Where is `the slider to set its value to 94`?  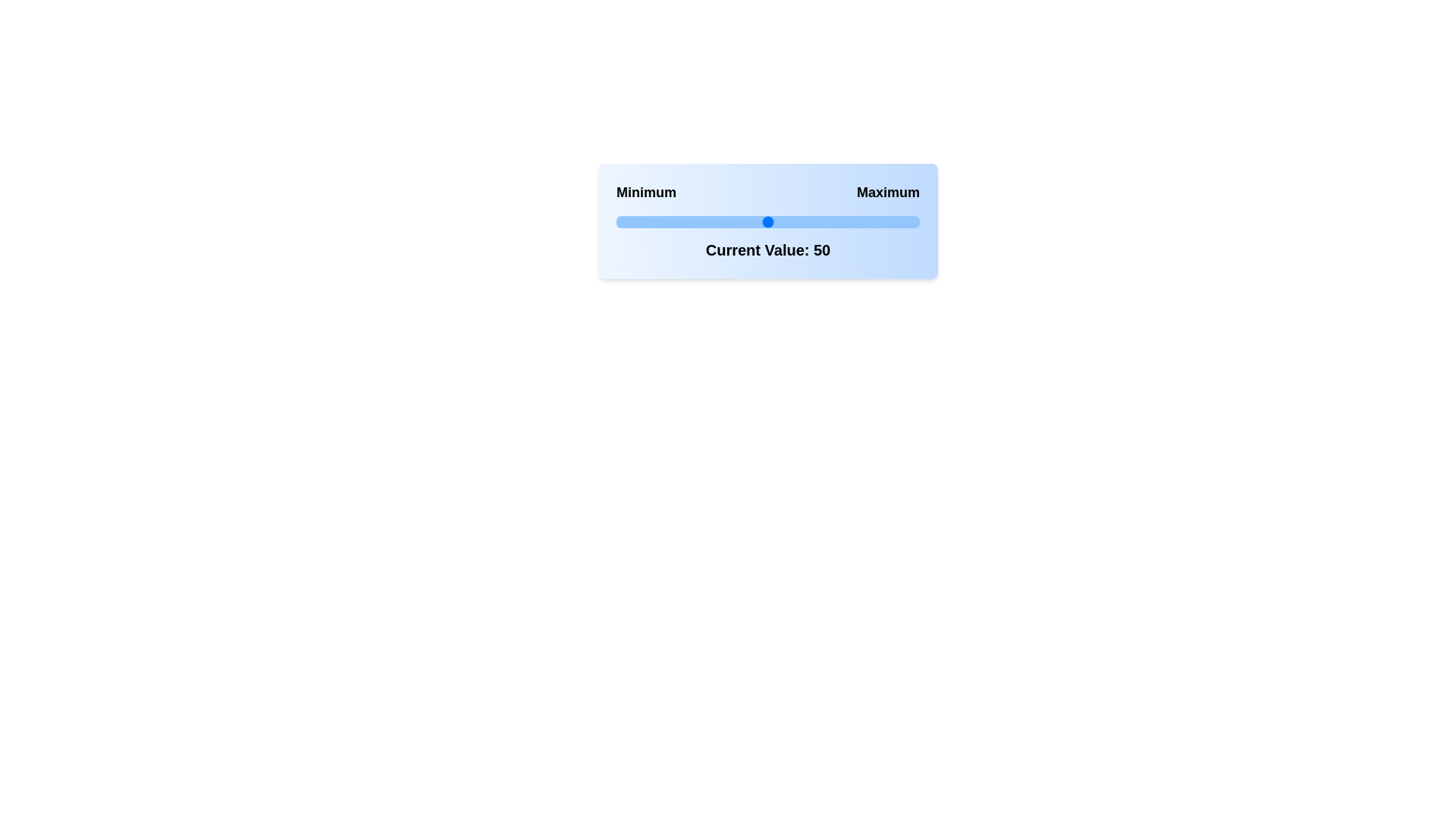 the slider to set its value to 94 is located at coordinates (902, 222).